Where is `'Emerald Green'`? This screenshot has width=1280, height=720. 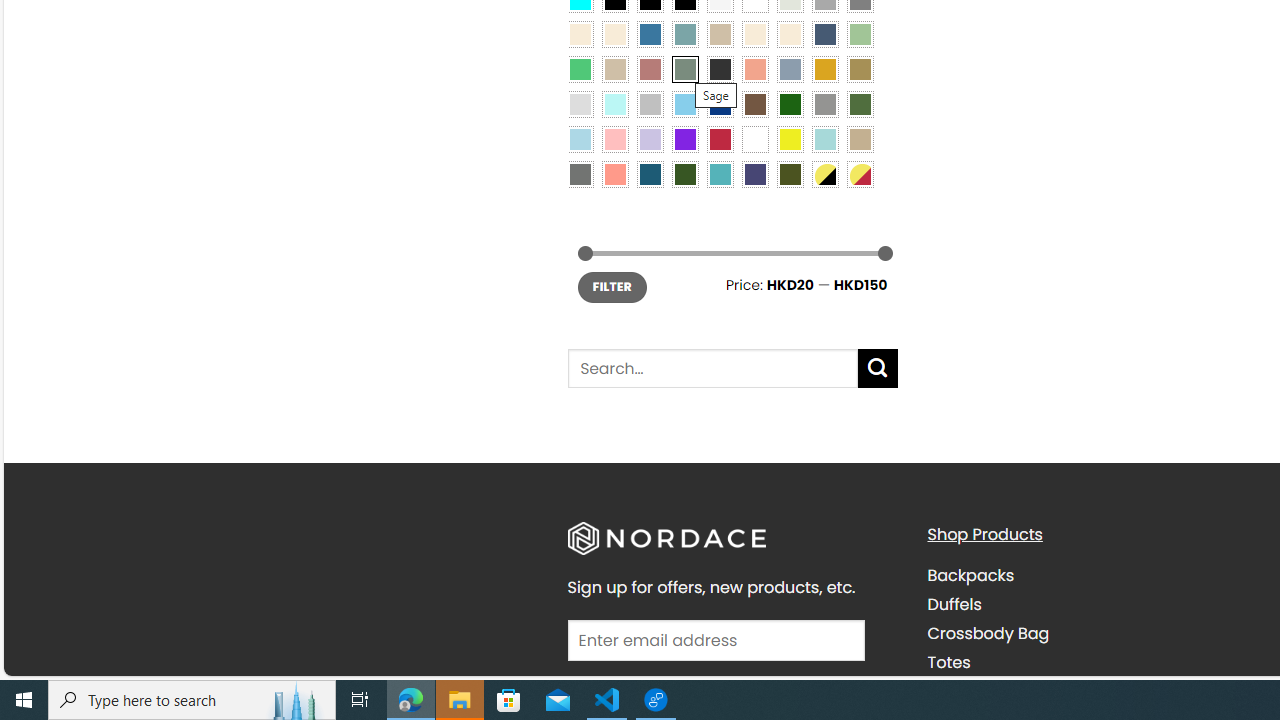 'Emerald Green' is located at coordinates (578, 68).